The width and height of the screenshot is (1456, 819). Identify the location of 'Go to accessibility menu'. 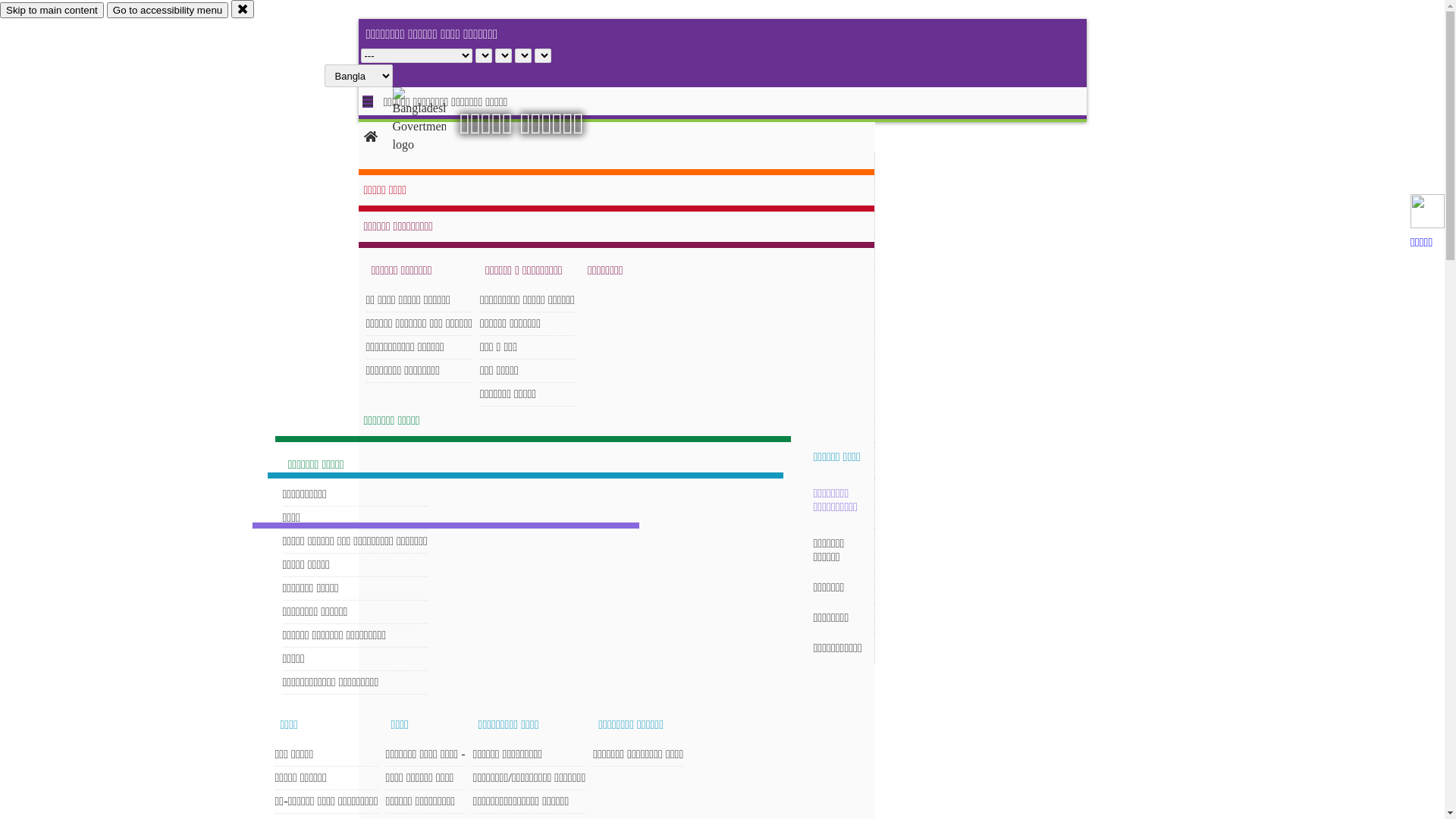
(167, 10).